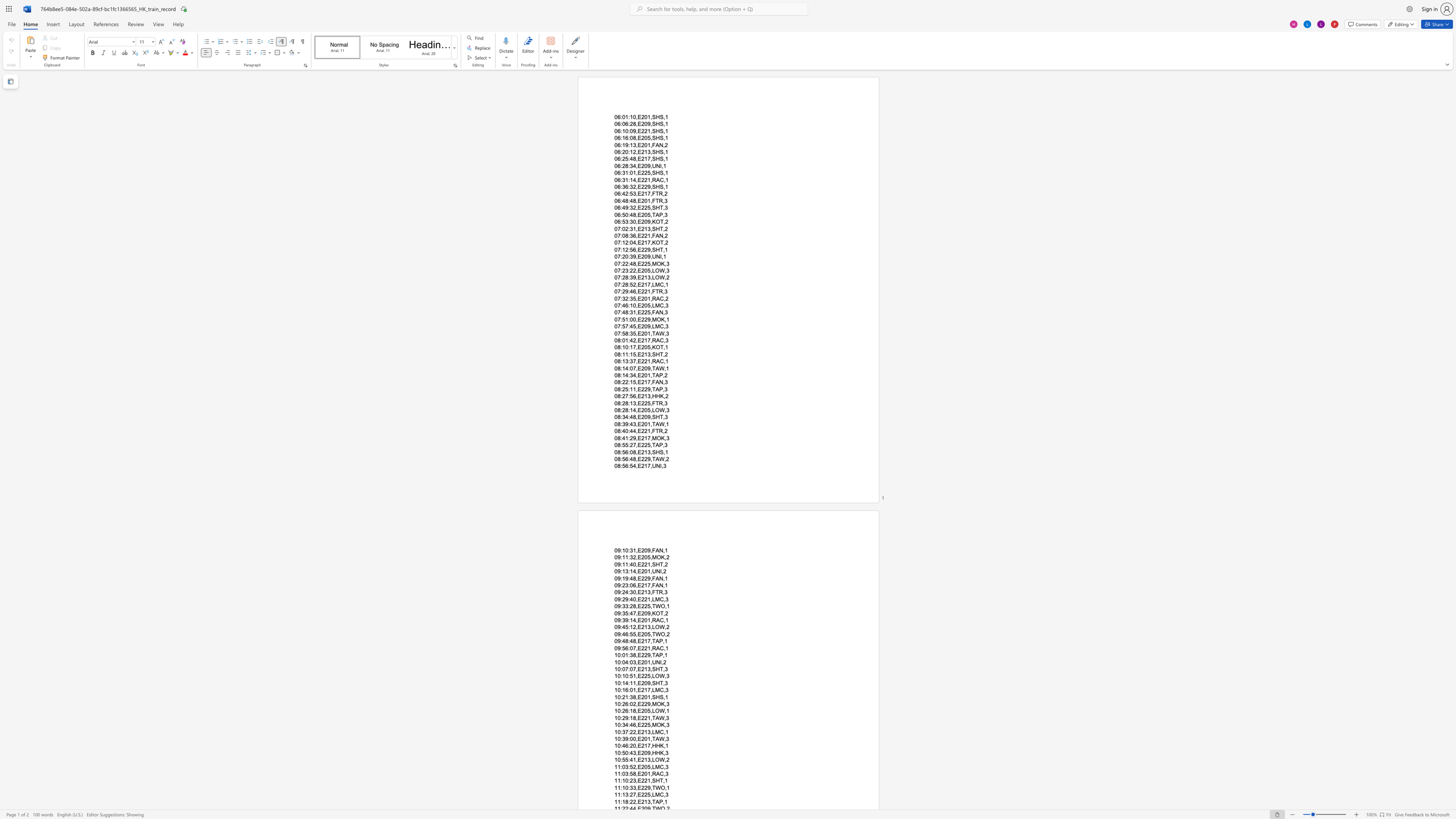 The height and width of the screenshot is (819, 1456). Describe the element at coordinates (647, 263) in the screenshot. I see `the subset text "5,M" within the text "07:22:48,E225,MOK,3"` at that location.